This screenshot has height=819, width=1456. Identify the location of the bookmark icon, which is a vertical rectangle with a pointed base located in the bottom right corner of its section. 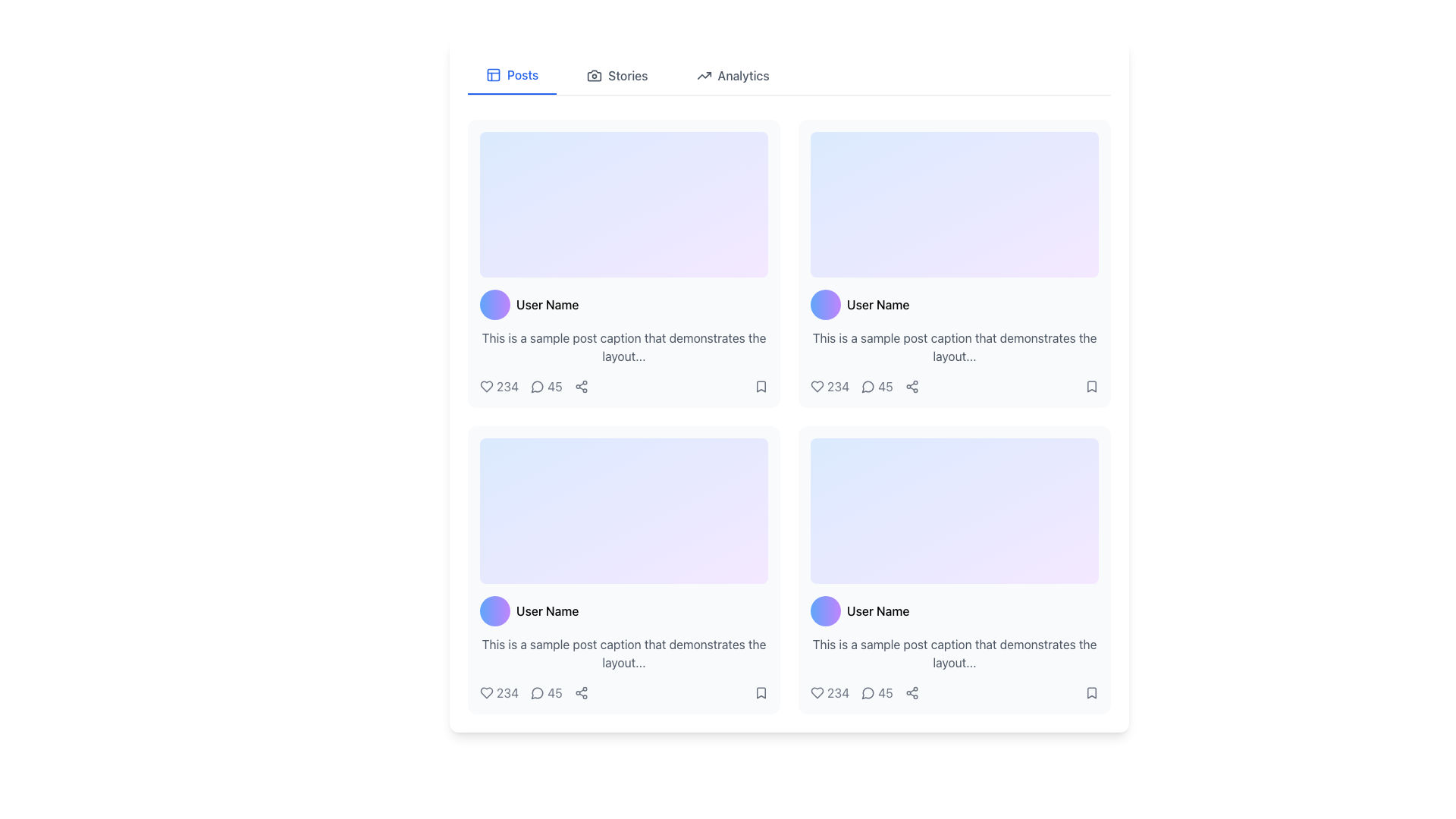
(1092, 693).